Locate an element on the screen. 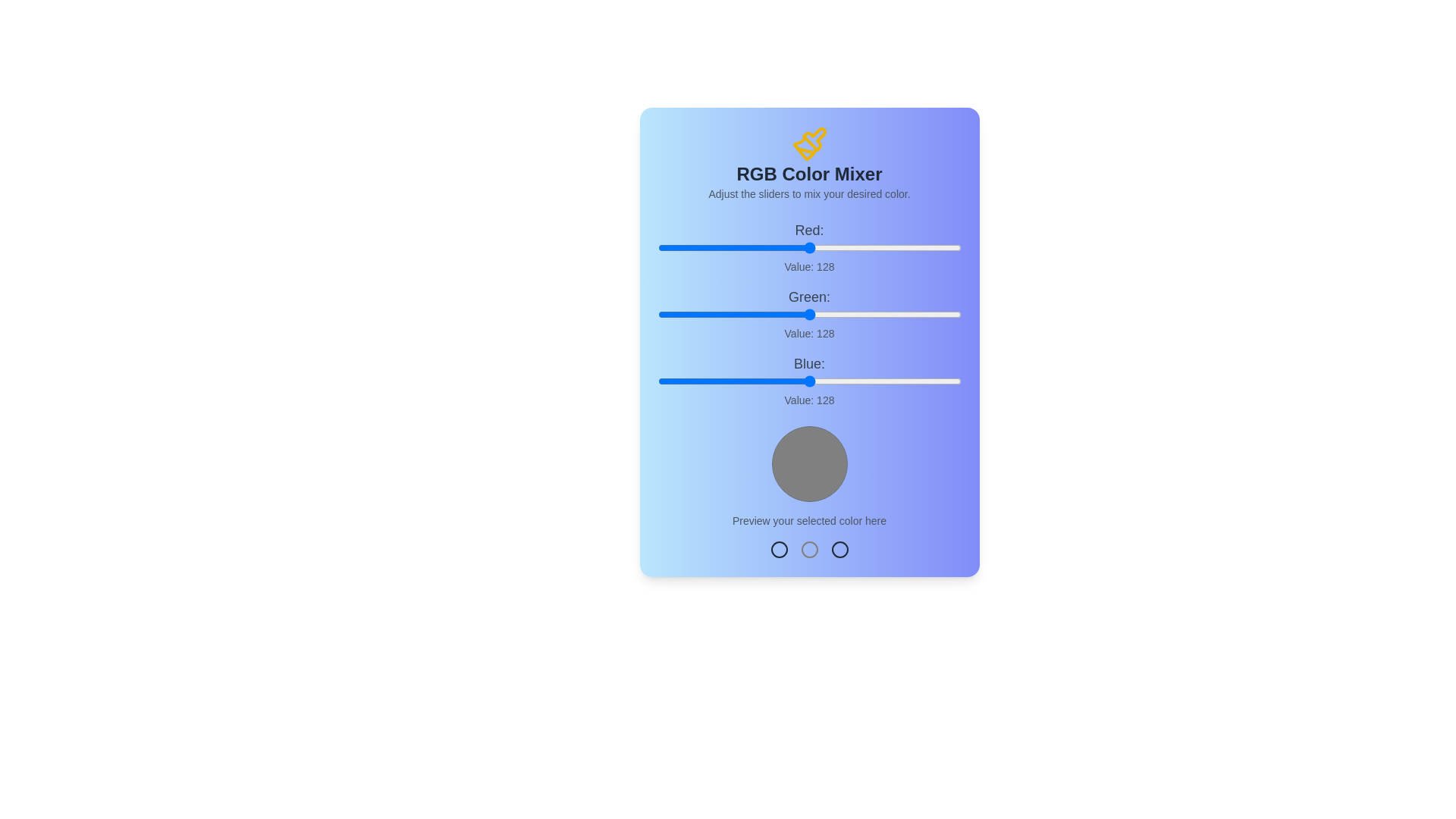 This screenshot has height=819, width=1456. the red slider to set the red component to 253 is located at coordinates (958, 247).